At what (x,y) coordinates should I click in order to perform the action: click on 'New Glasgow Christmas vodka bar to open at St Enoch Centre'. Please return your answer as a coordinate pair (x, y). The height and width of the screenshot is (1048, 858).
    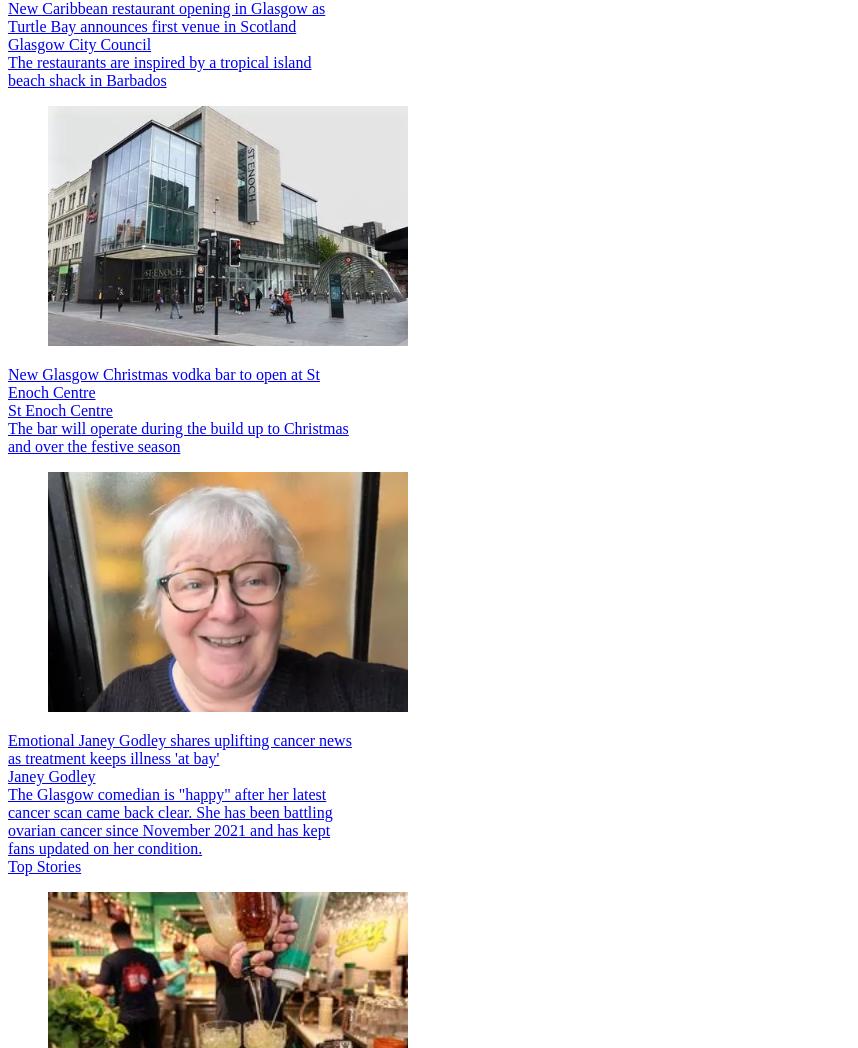
    Looking at the image, I should click on (162, 382).